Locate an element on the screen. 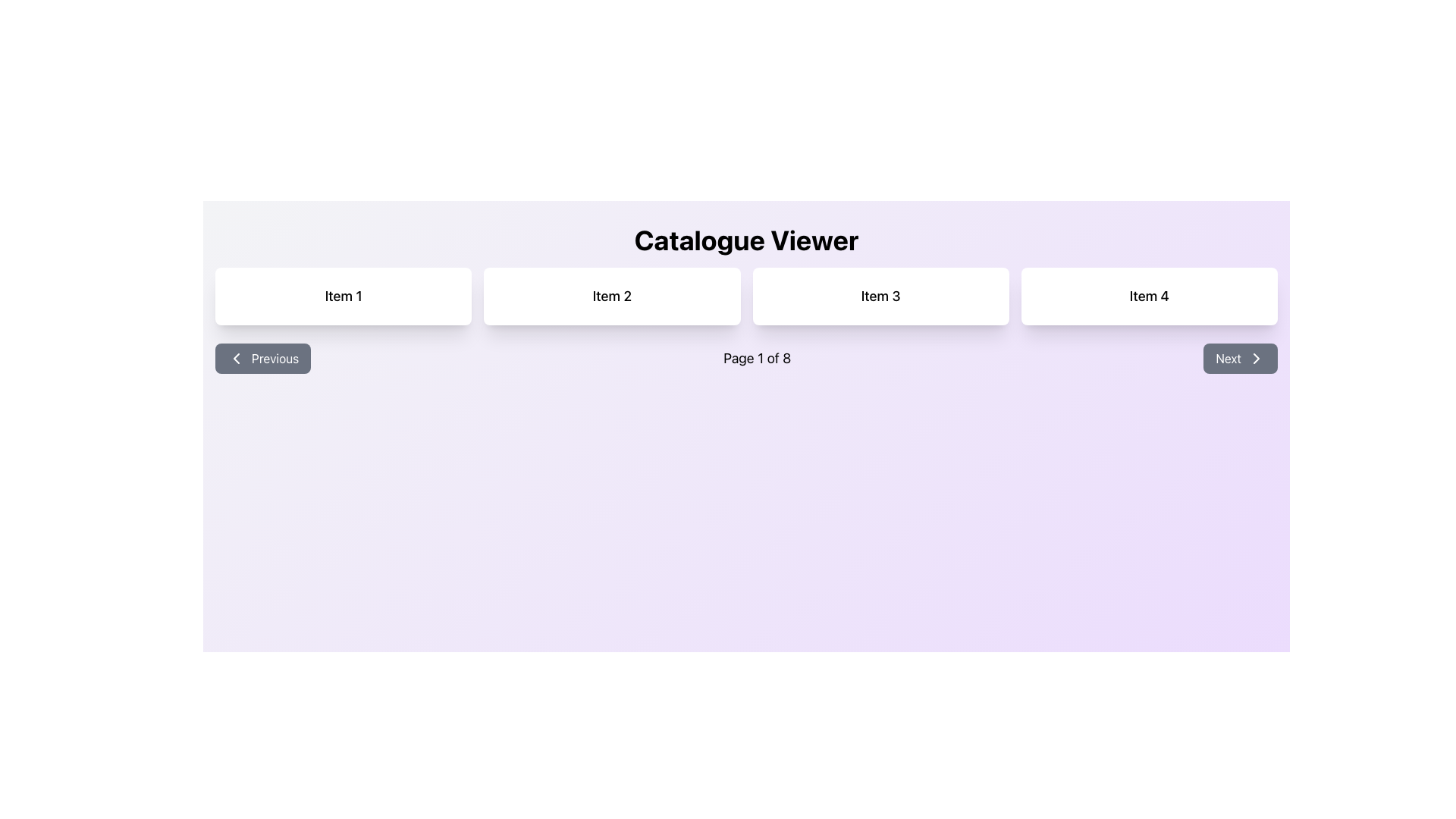 This screenshot has width=1456, height=819. the right-facing chevron icon inside the 'Next' button is located at coordinates (1256, 359).